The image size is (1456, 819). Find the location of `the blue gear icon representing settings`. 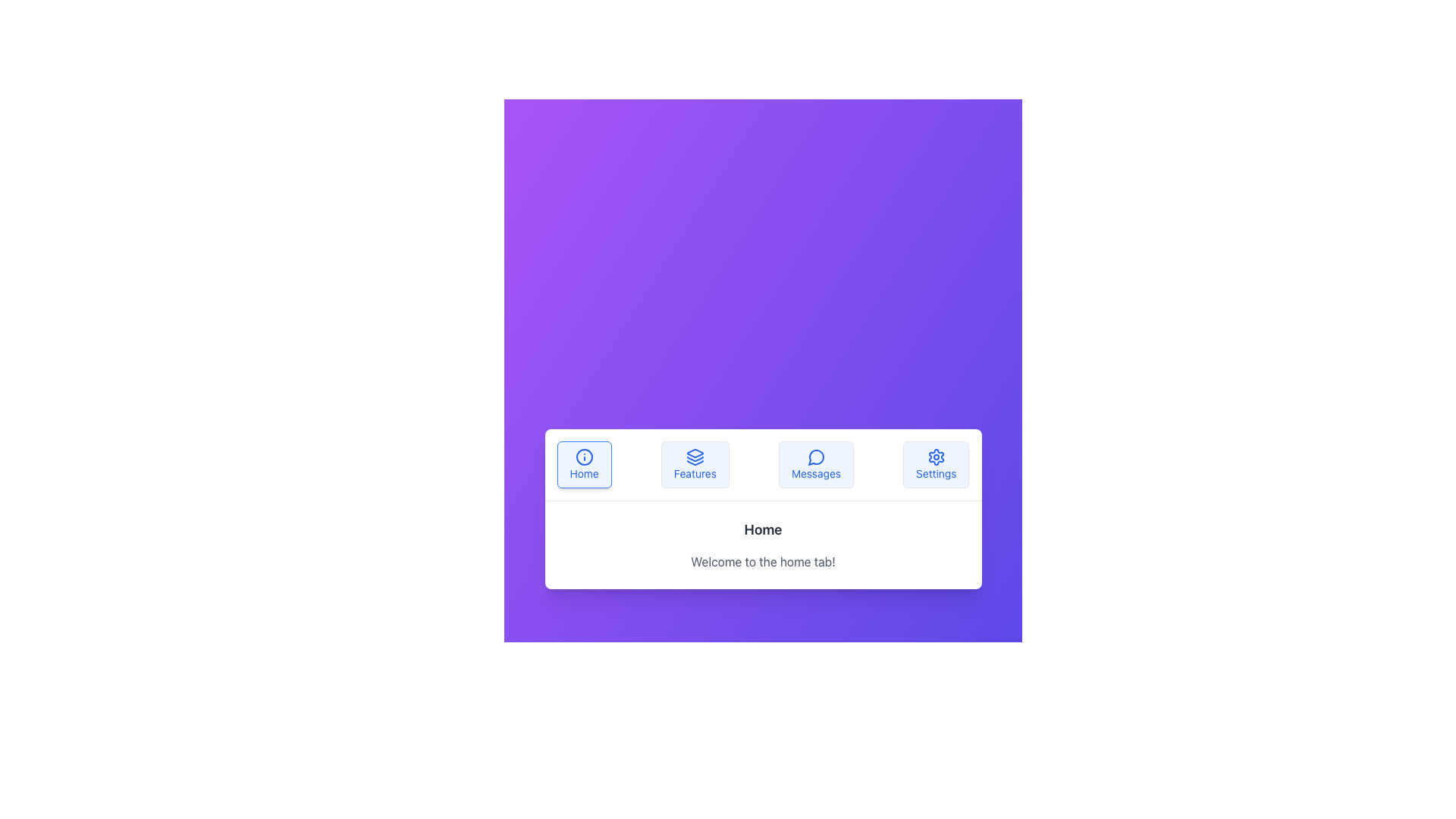

the blue gear icon representing settings is located at coordinates (935, 456).